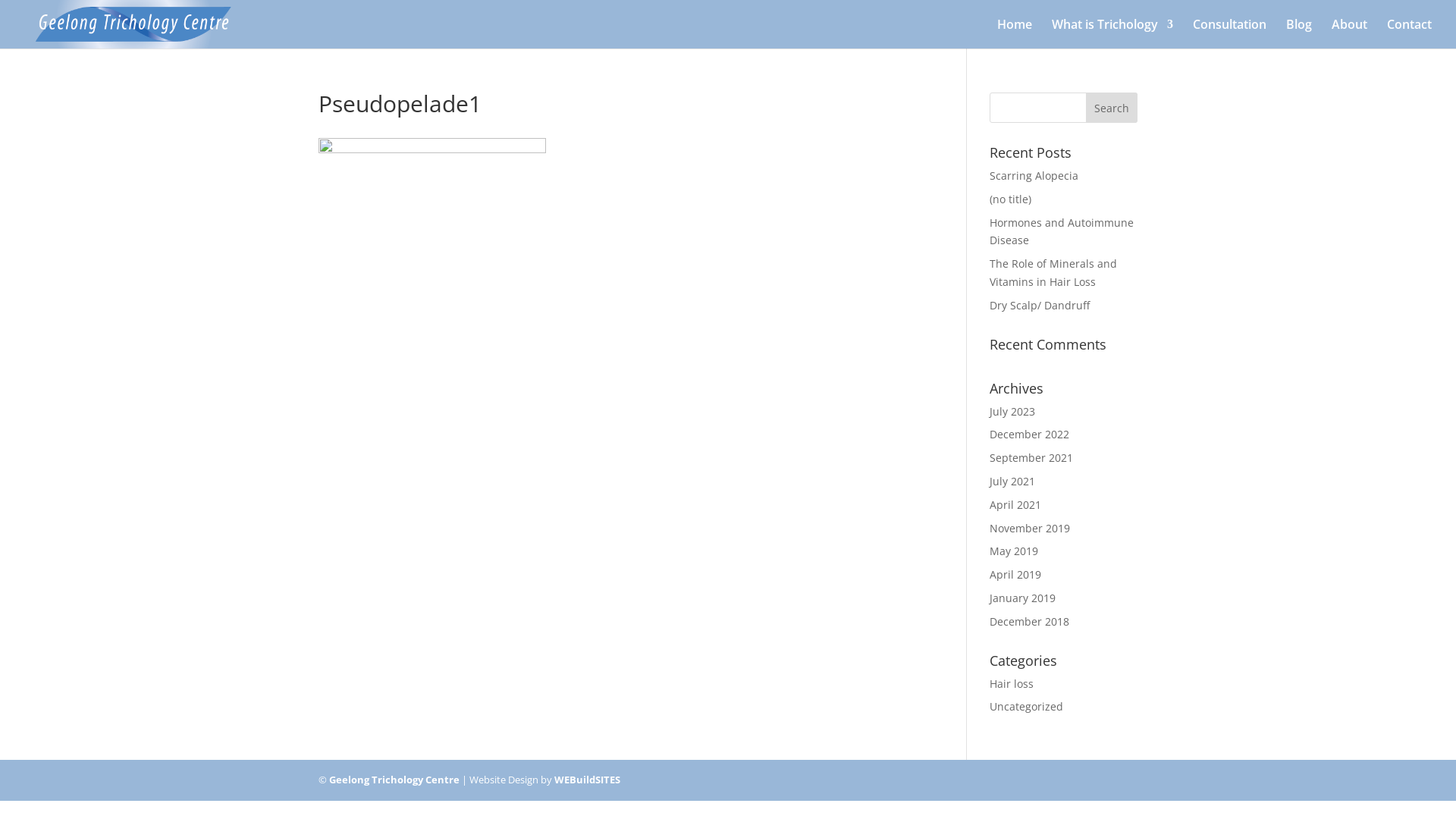 The width and height of the screenshot is (1456, 819). I want to click on 'Dry Scalp/ Dandruff', so click(1039, 305).